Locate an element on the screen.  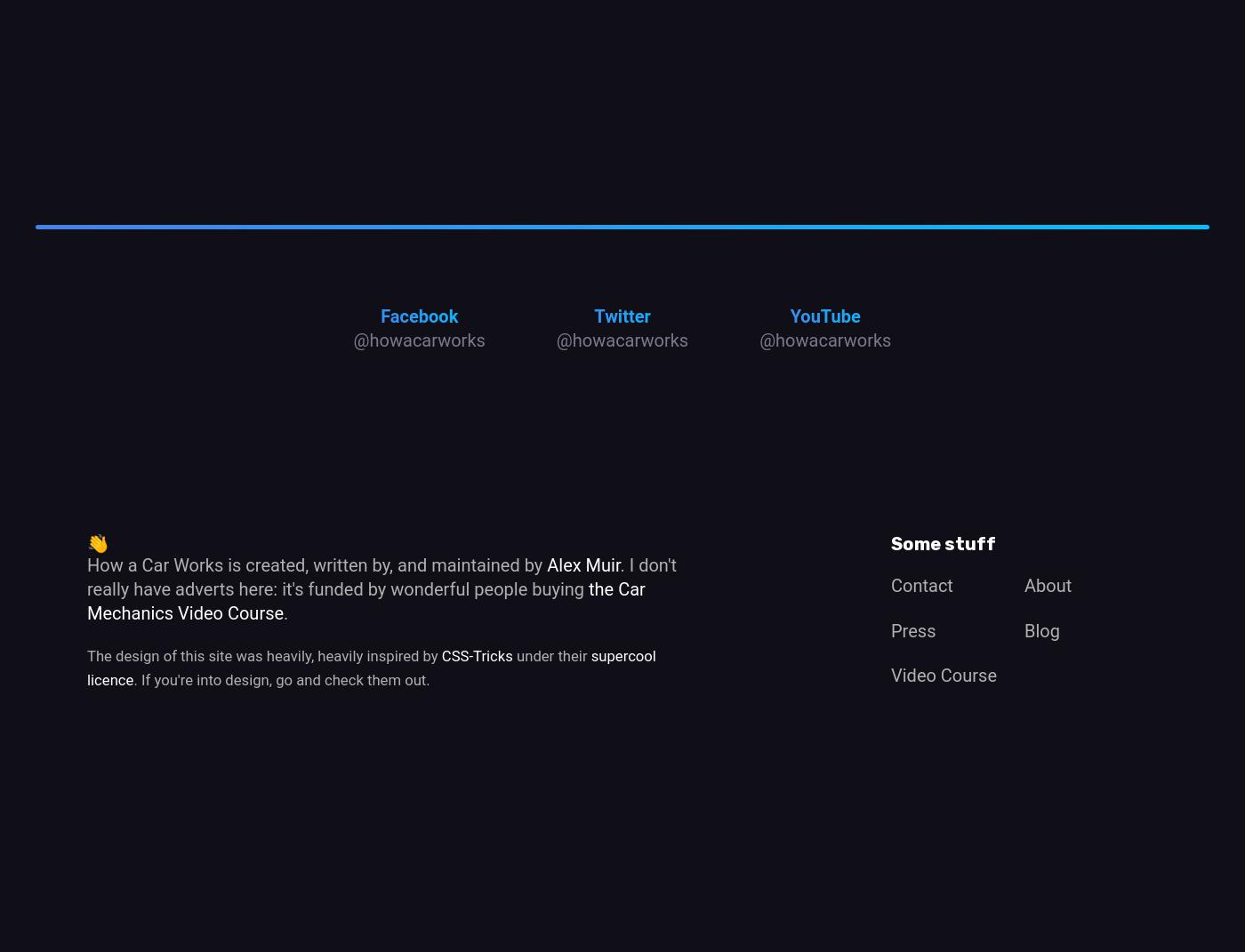
'CSS-Tricks' is located at coordinates (477, 655).